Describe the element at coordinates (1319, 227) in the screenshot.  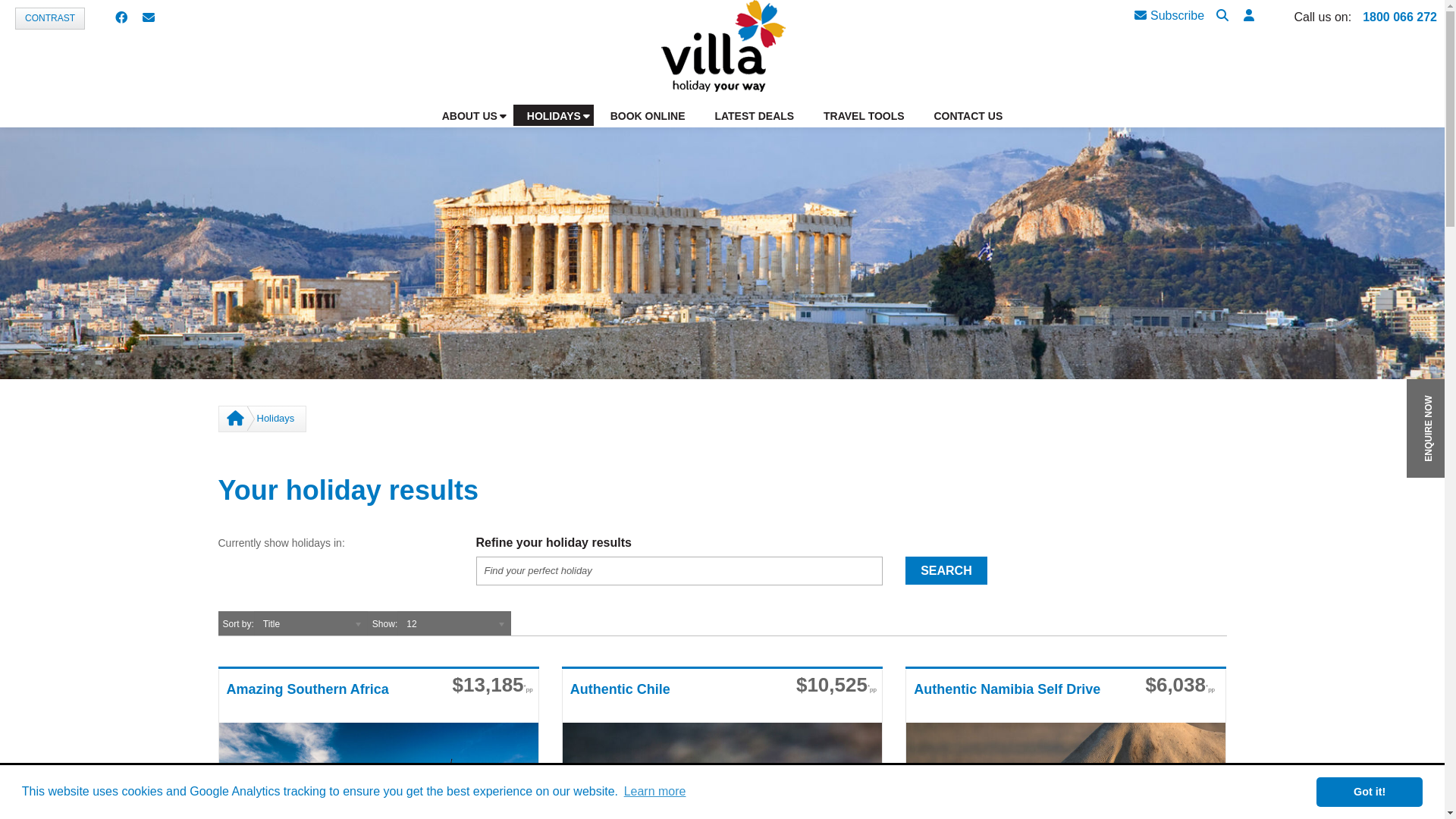
I see `'Login'` at that location.